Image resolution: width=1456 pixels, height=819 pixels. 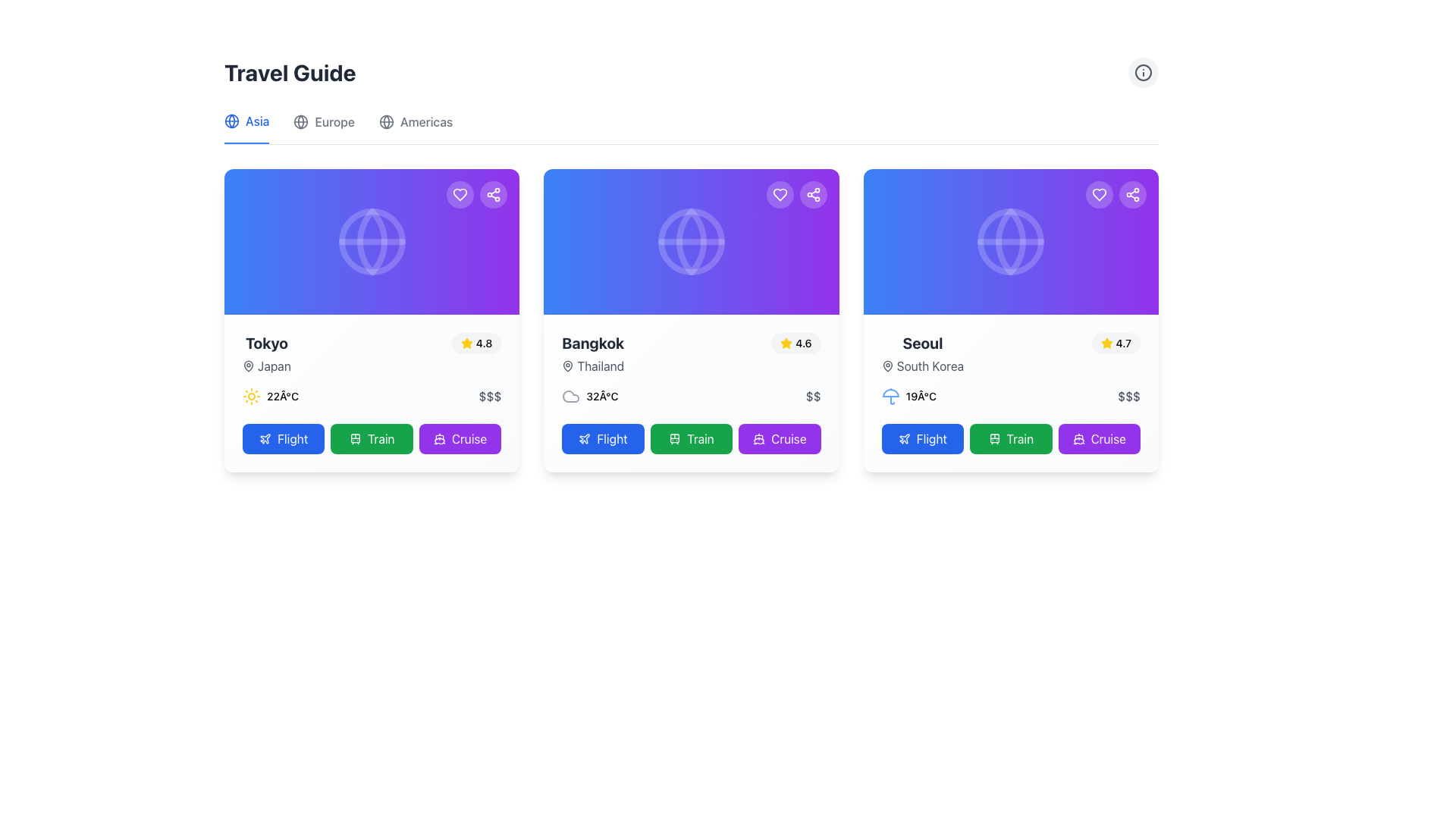 What do you see at coordinates (372, 438) in the screenshot?
I see `the 'Train' button with a green background and white text located in the middle of three buttons at the bottom of the card displaying details about 'Tokyo, Japan'` at bounding box center [372, 438].